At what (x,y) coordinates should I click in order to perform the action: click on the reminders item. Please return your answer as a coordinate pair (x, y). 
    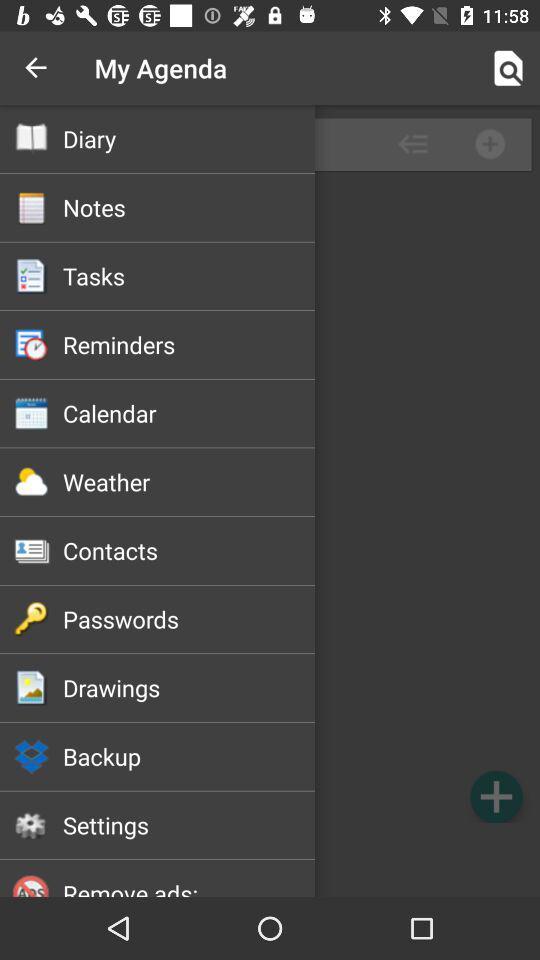
    Looking at the image, I should click on (189, 344).